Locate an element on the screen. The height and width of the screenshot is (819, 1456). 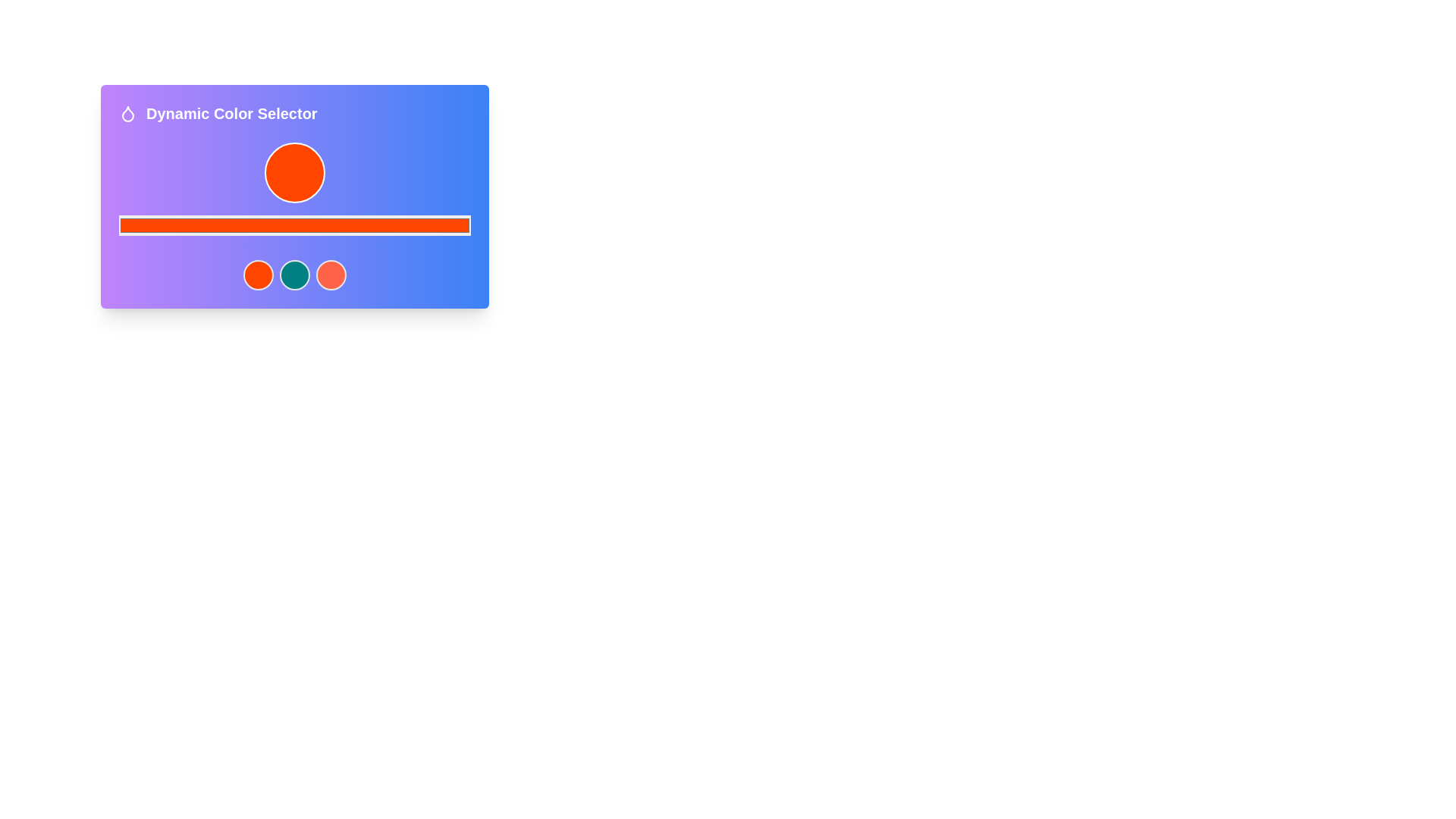
the leftmost button in a row of three buttons is located at coordinates (258, 275).